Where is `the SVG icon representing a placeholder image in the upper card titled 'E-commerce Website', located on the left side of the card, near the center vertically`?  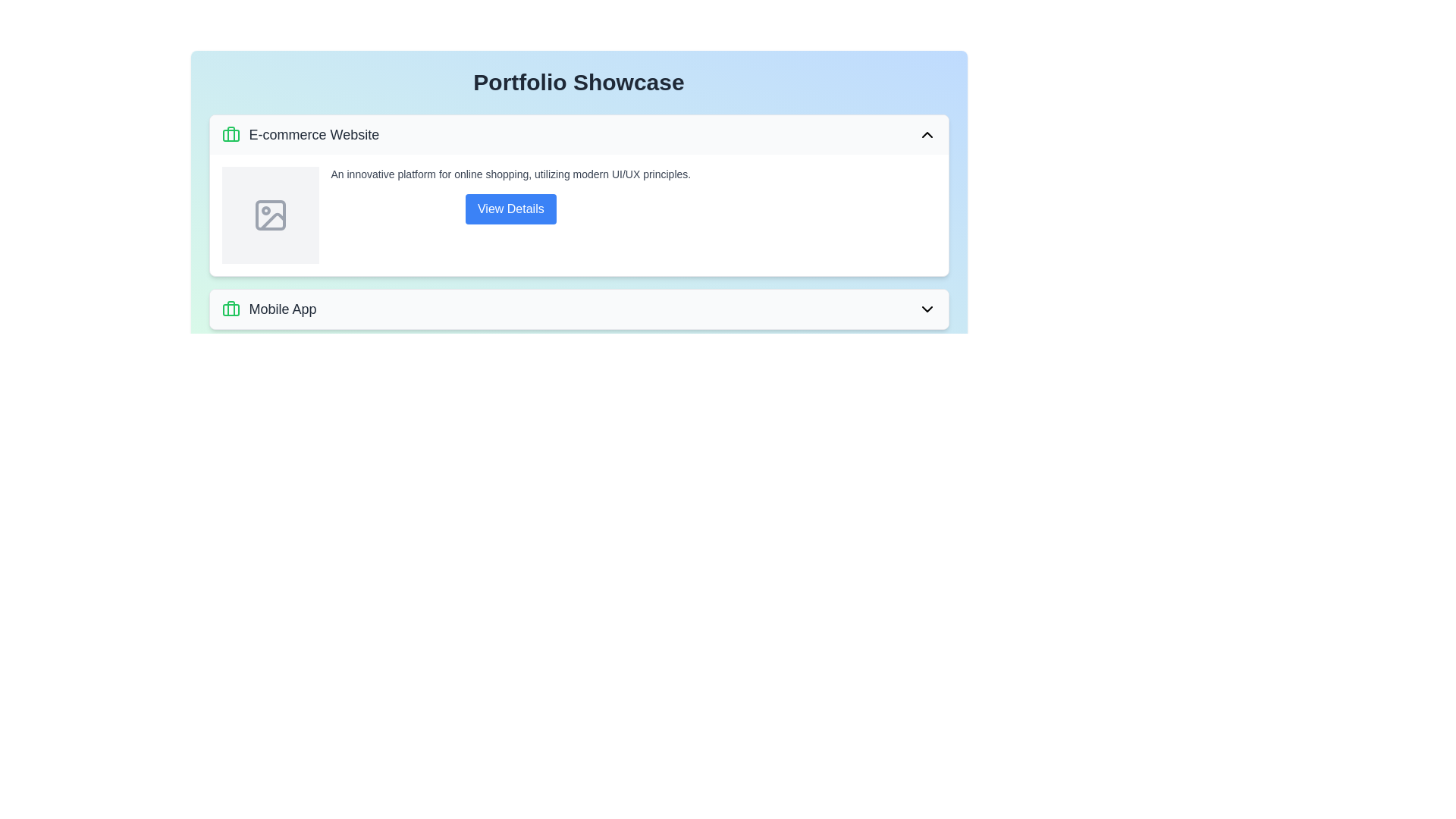
the SVG icon representing a placeholder image in the upper card titled 'E-commerce Website', located on the left side of the card, near the center vertically is located at coordinates (270, 215).